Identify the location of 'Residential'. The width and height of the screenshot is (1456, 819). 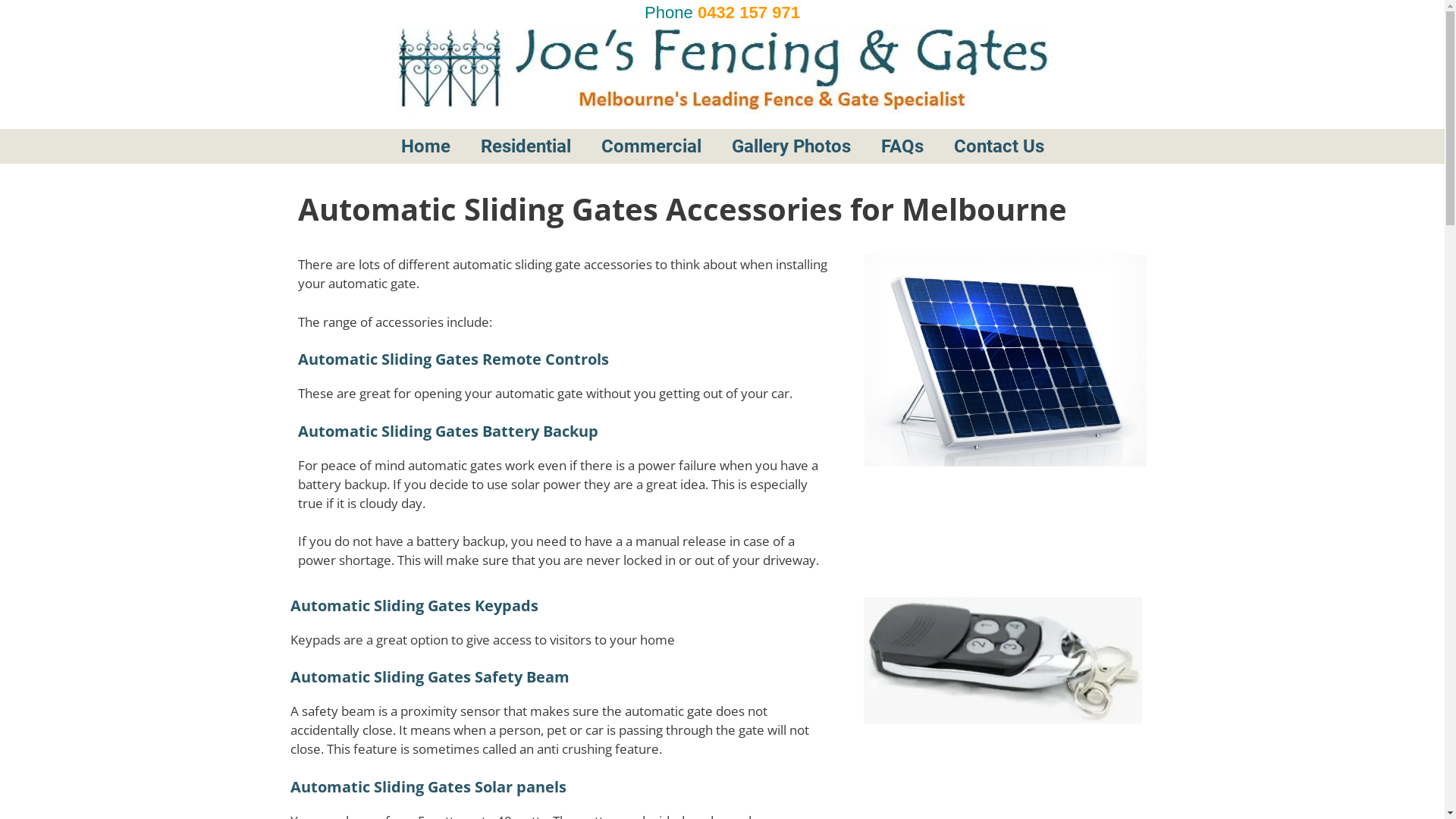
(556, 146).